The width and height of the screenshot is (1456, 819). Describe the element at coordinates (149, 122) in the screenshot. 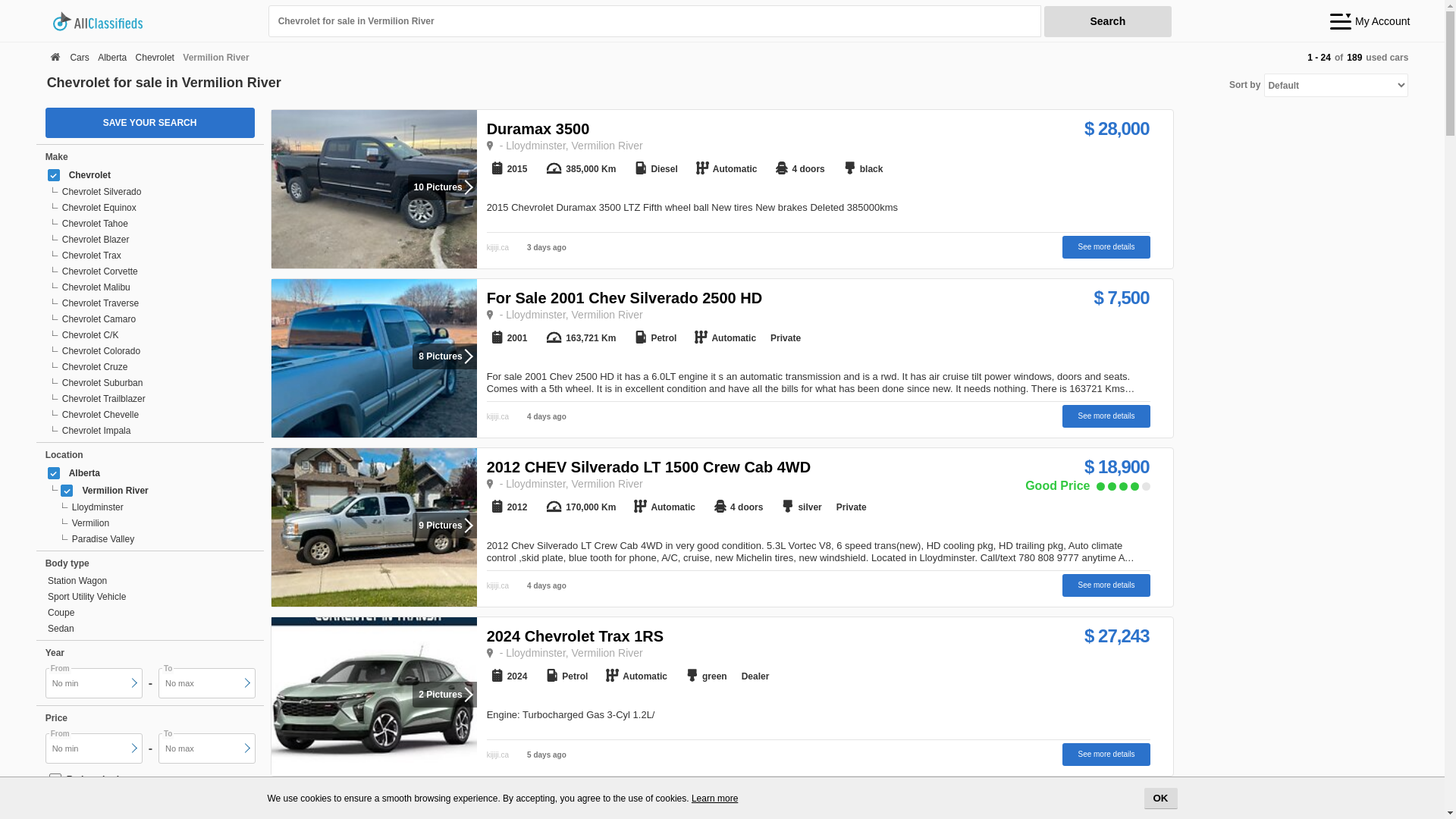

I see `'SAVE YOUR SEARCH'` at that location.